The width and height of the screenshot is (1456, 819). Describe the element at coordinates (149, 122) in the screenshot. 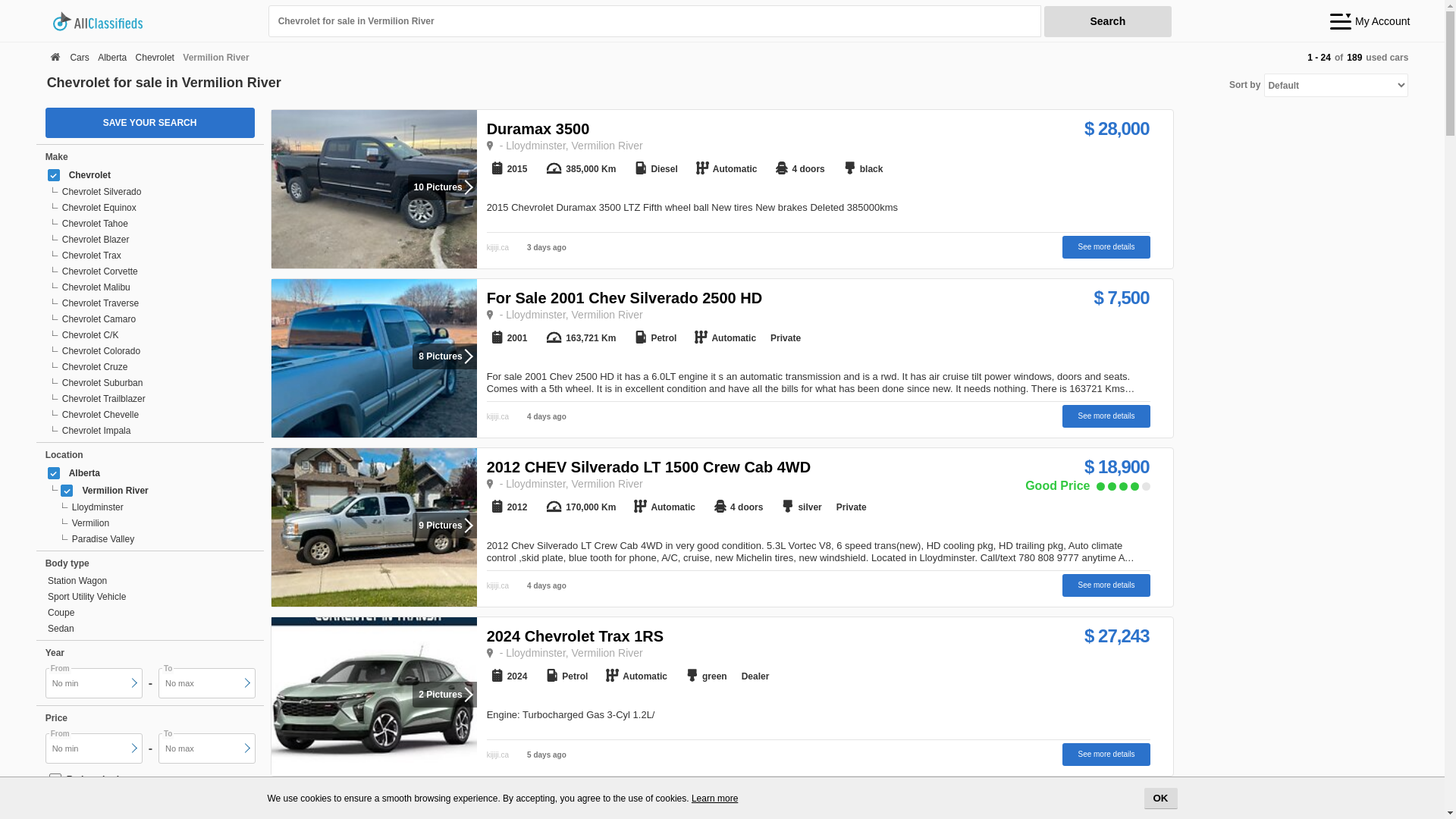

I see `'SAVE YOUR SEARCH'` at that location.